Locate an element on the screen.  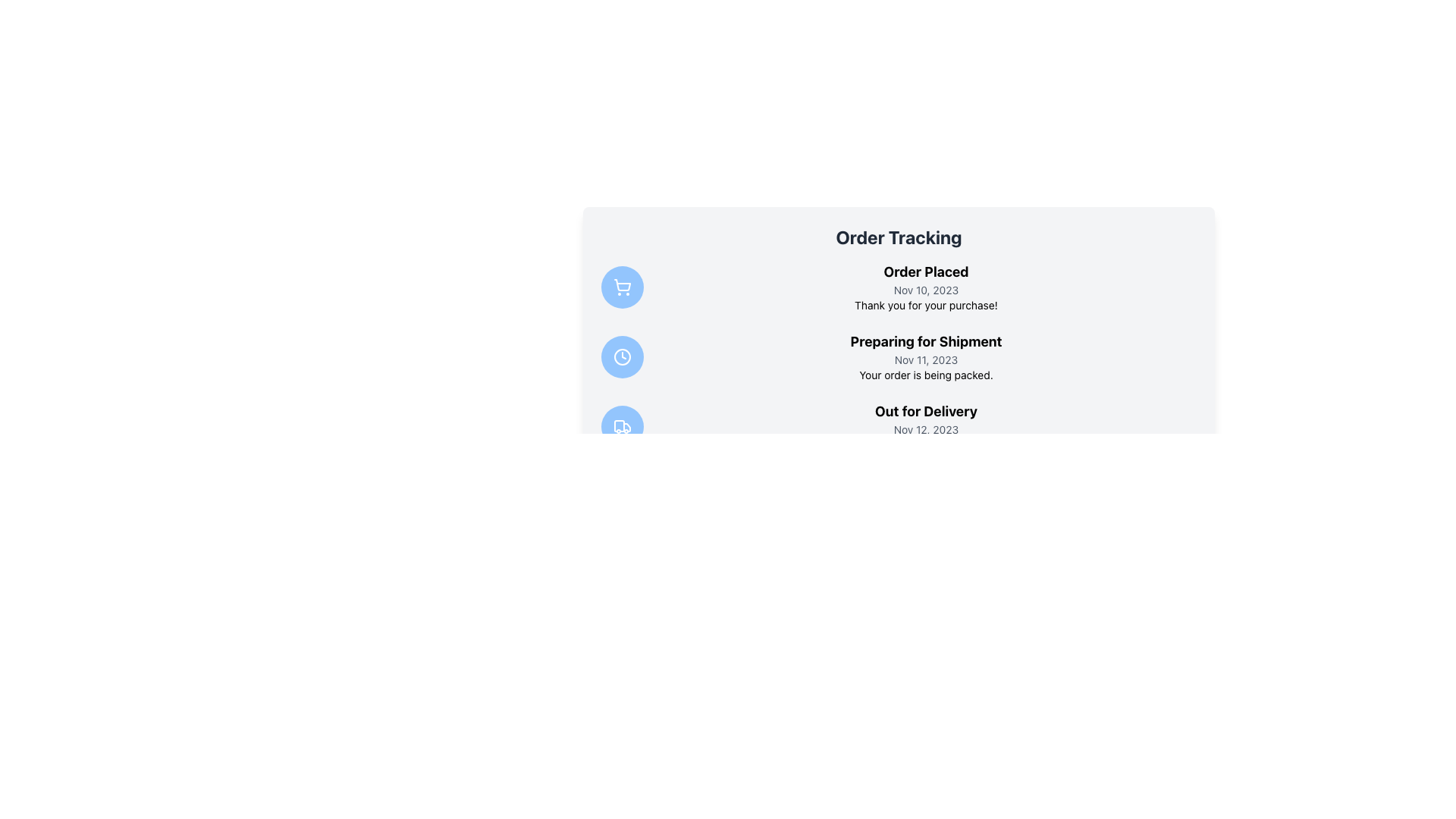
the informational block indicating the order is being prepared for shipment, which is the second entry in the vertical timeline under the 'Order Tracking' header is located at coordinates (899, 356).